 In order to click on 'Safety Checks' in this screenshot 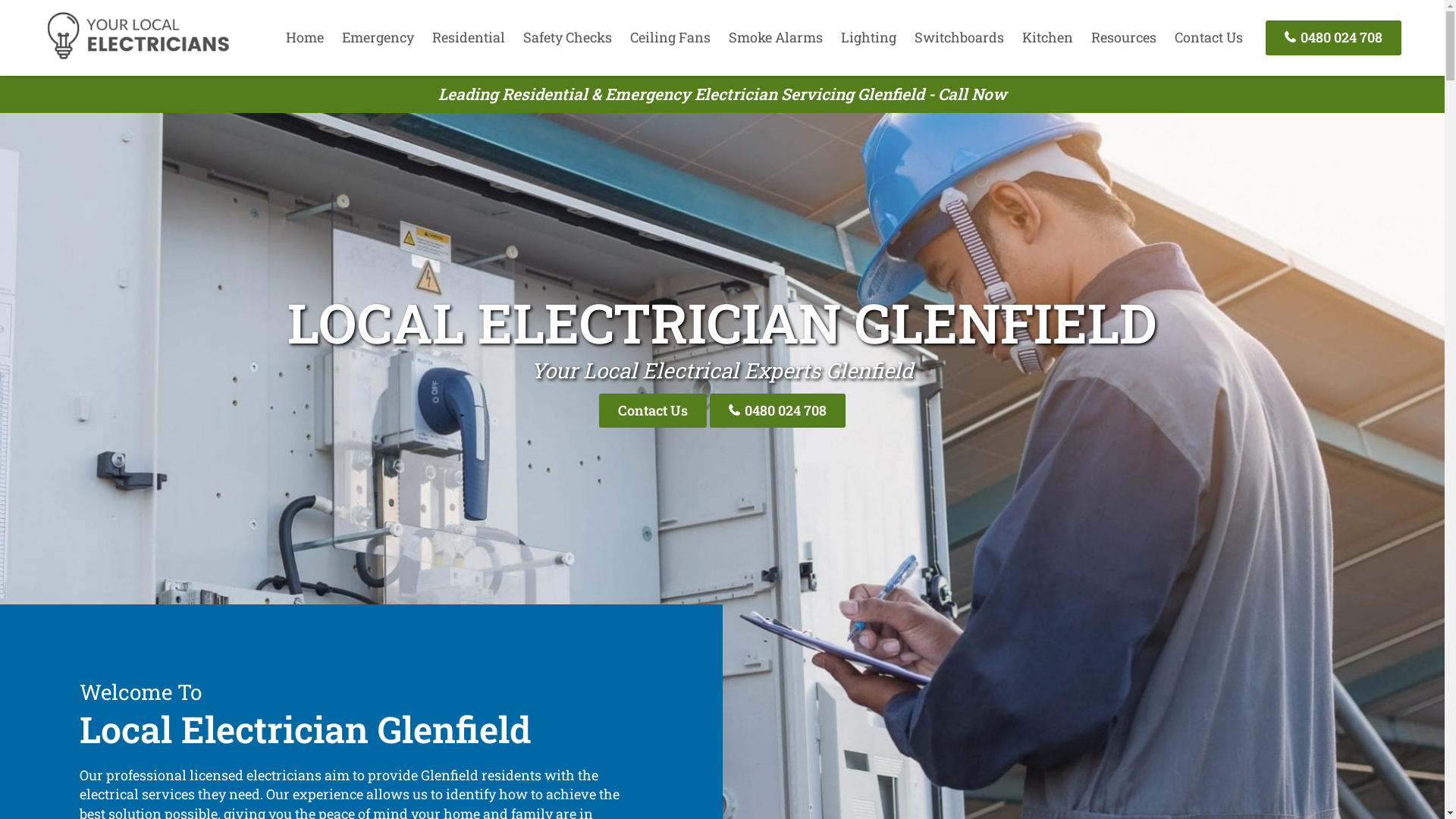, I will do `click(566, 36)`.